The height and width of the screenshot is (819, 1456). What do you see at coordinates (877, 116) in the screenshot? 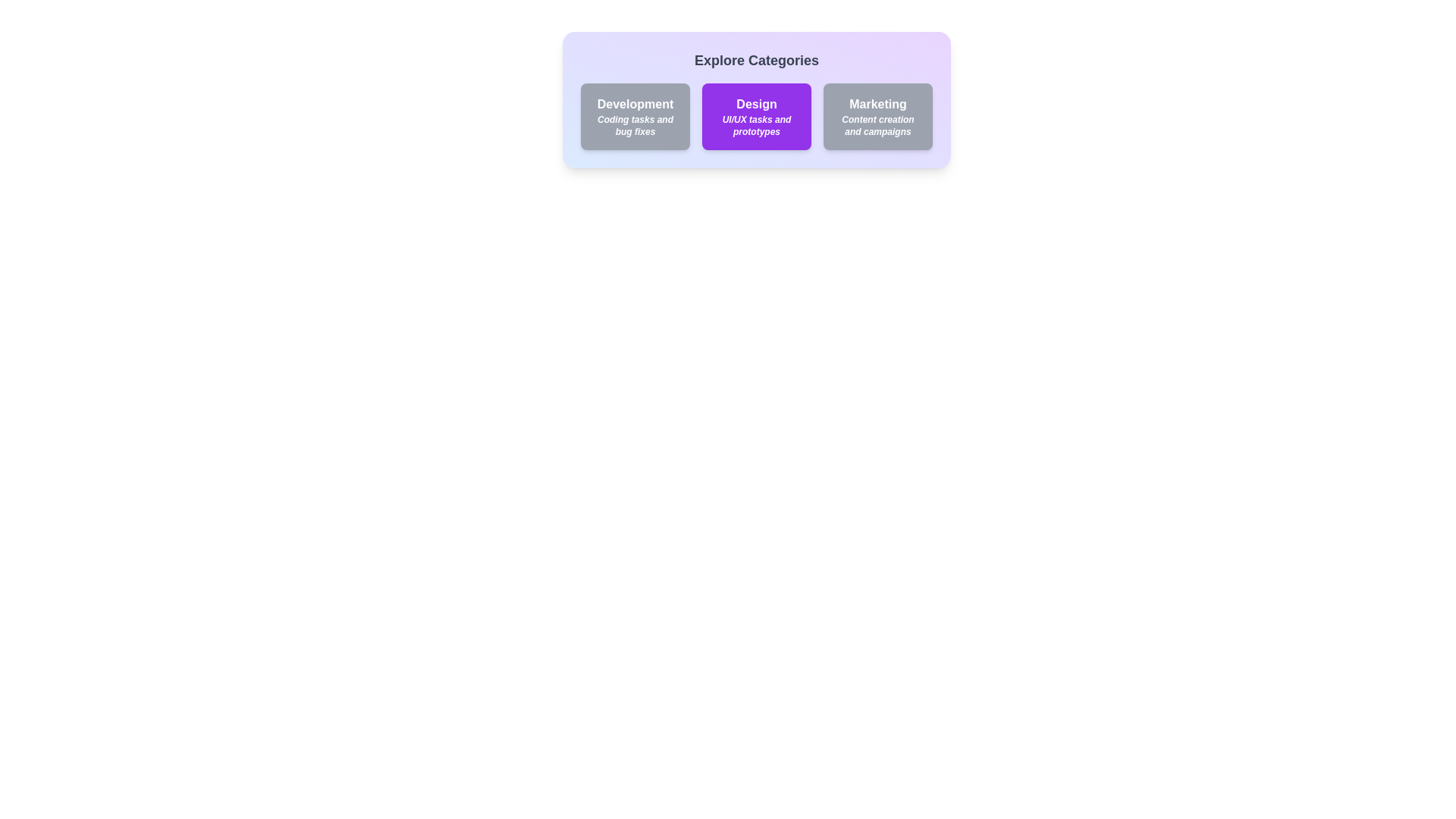
I see `the chip labeled Marketing to observe hover effects` at bounding box center [877, 116].